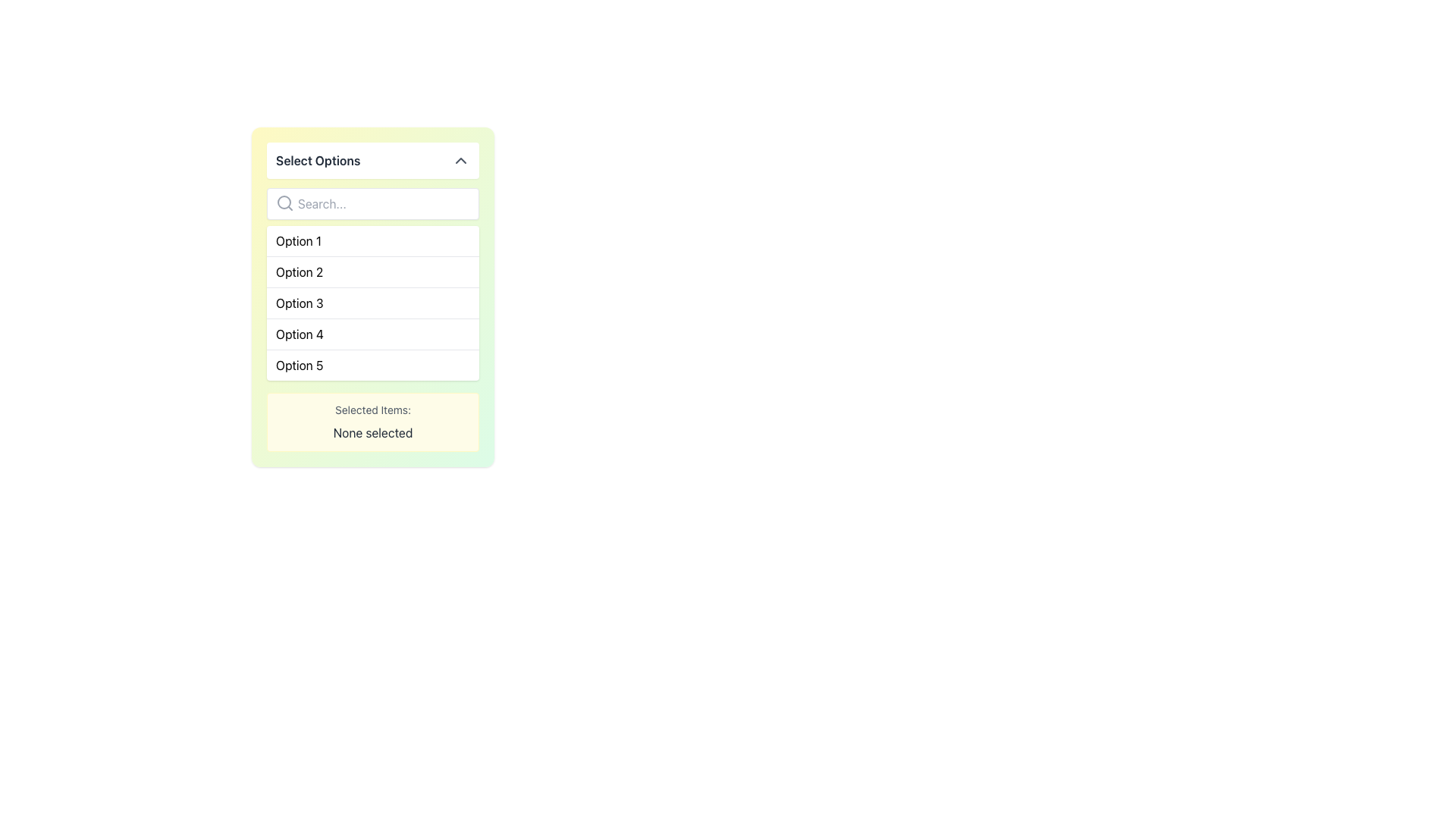  What do you see at coordinates (372, 203) in the screenshot?
I see `the search input field located below the 'Select Options' title bar` at bounding box center [372, 203].